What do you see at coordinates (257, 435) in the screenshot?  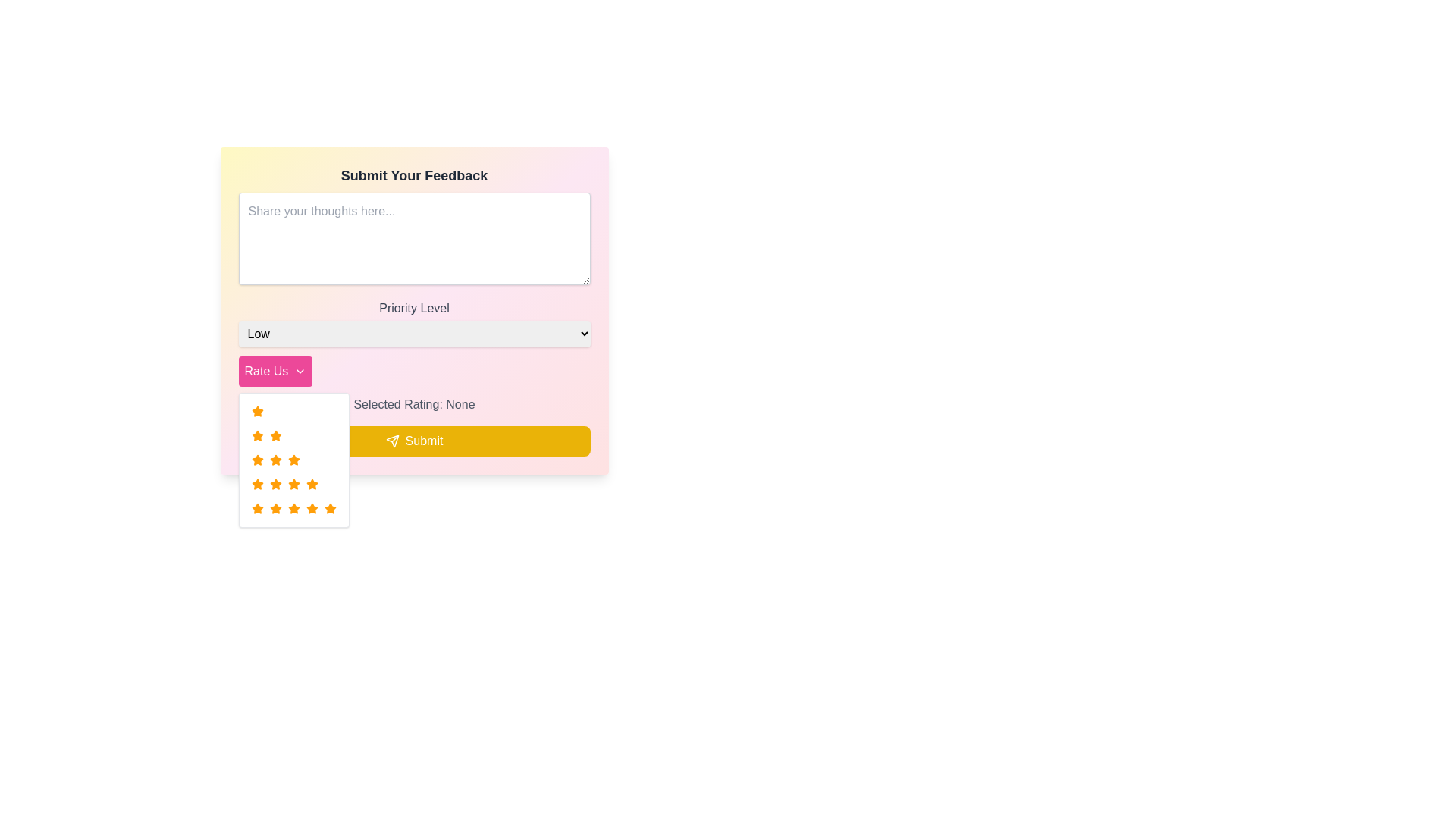 I see `the star-shaped rating icon, which represents the lowest rating in the 'Rate Us' system, to focus on it` at bounding box center [257, 435].